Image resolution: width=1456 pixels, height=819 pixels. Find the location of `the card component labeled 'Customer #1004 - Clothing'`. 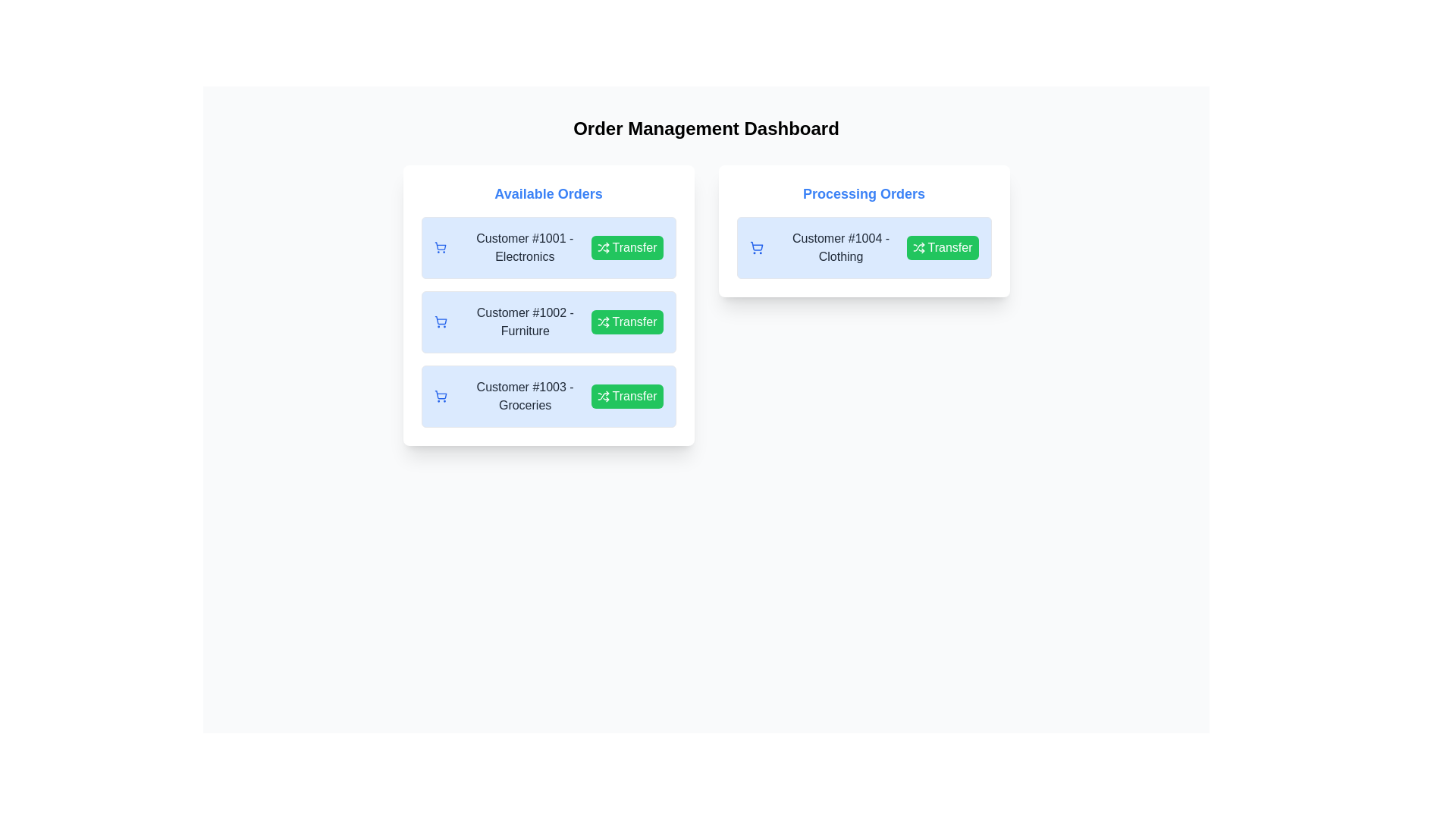

the card component labeled 'Customer #1004 - Clothing' is located at coordinates (864, 247).